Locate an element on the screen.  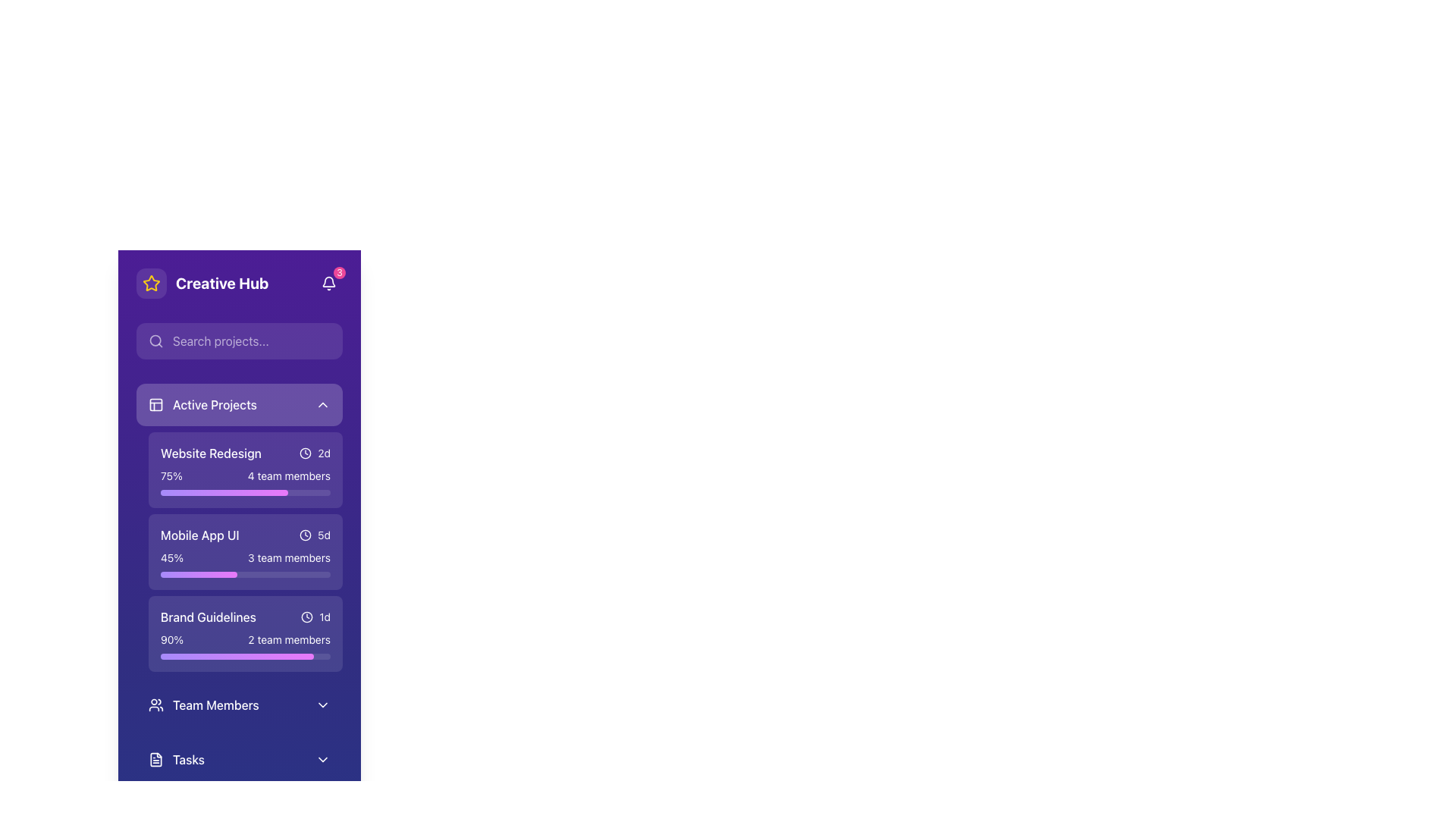
the progress bar is located at coordinates (210, 656).